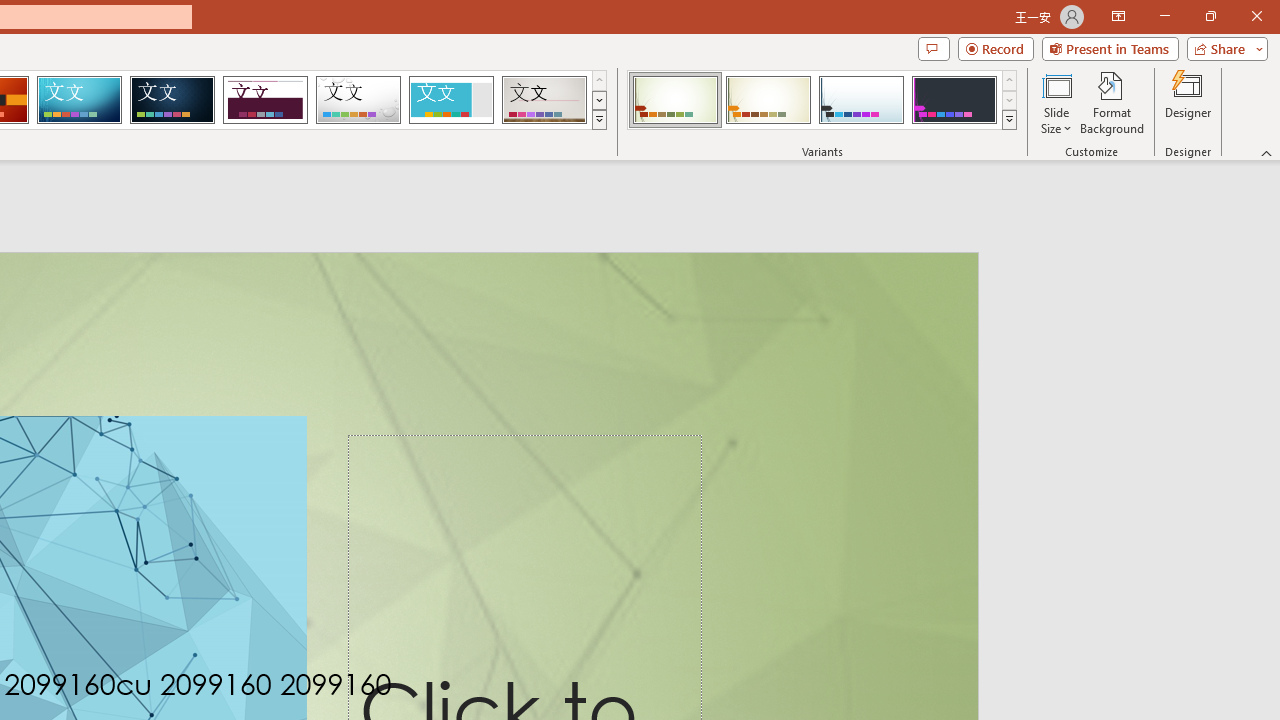 Image resolution: width=1280 pixels, height=720 pixels. Describe the element at coordinates (953, 100) in the screenshot. I see `'Wisp Variant 4'` at that location.